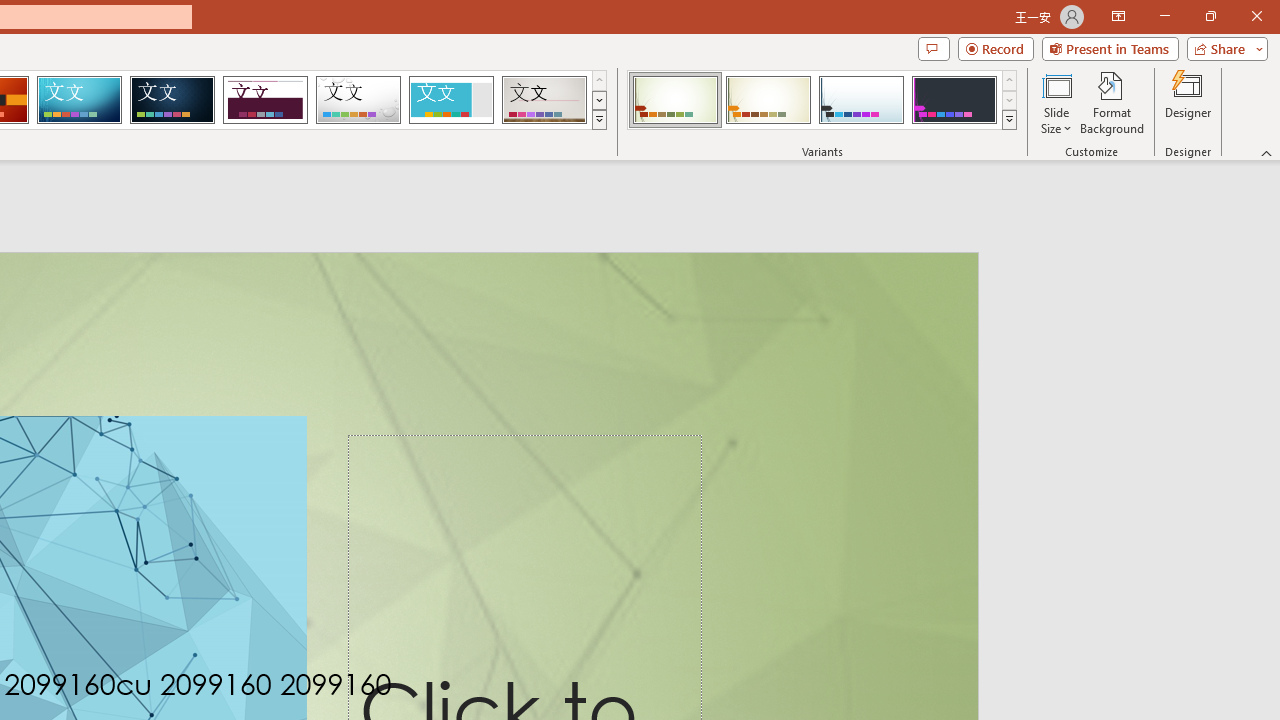 Image resolution: width=1280 pixels, height=720 pixels. Describe the element at coordinates (953, 100) in the screenshot. I see `'Wisp Variant 4'` at that location.